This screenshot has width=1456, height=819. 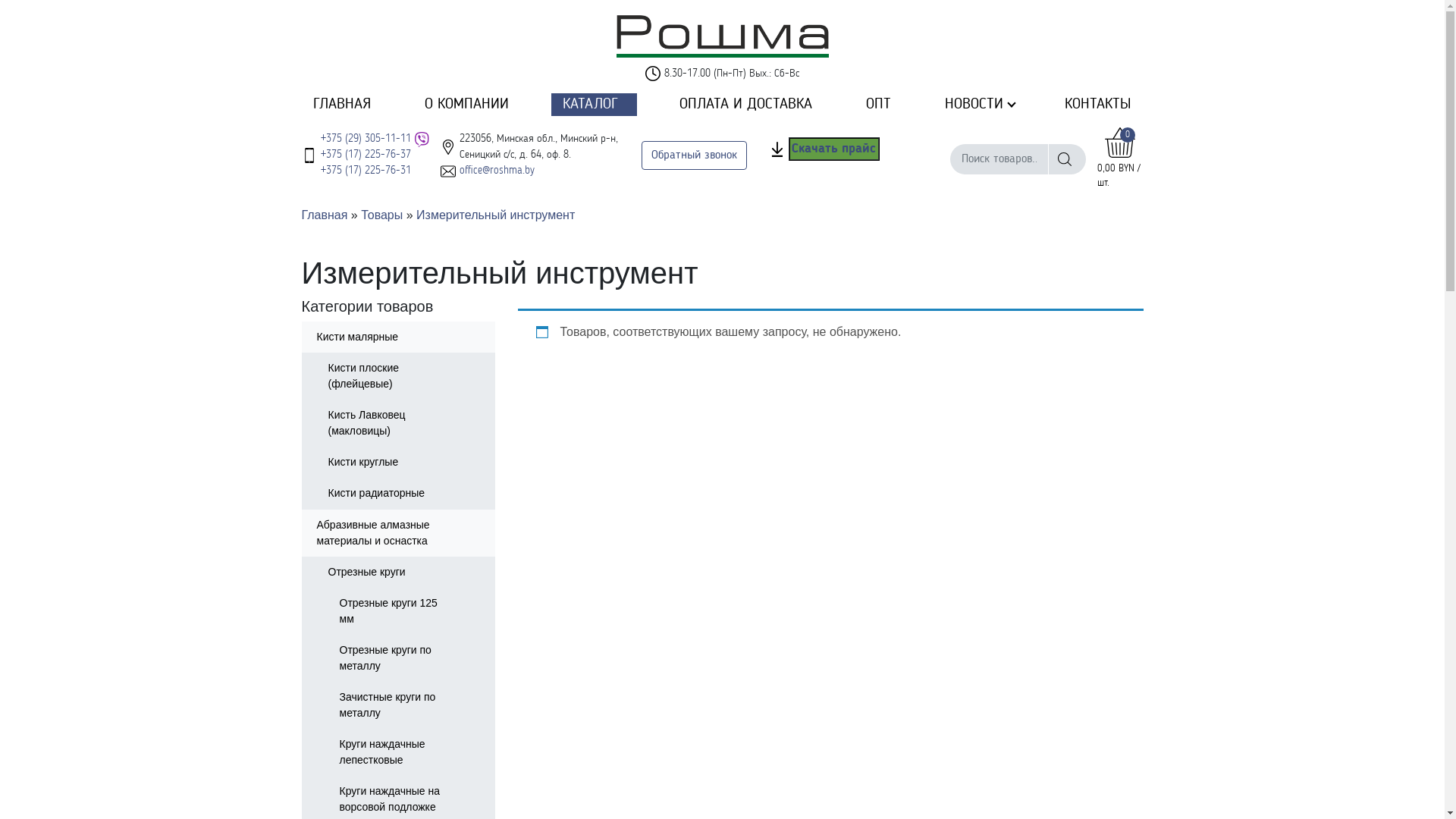 What do you see at coordinates (497, 170) in the screenshot?
I see `'office@roshma.by'` at bounding box center [497, 170].